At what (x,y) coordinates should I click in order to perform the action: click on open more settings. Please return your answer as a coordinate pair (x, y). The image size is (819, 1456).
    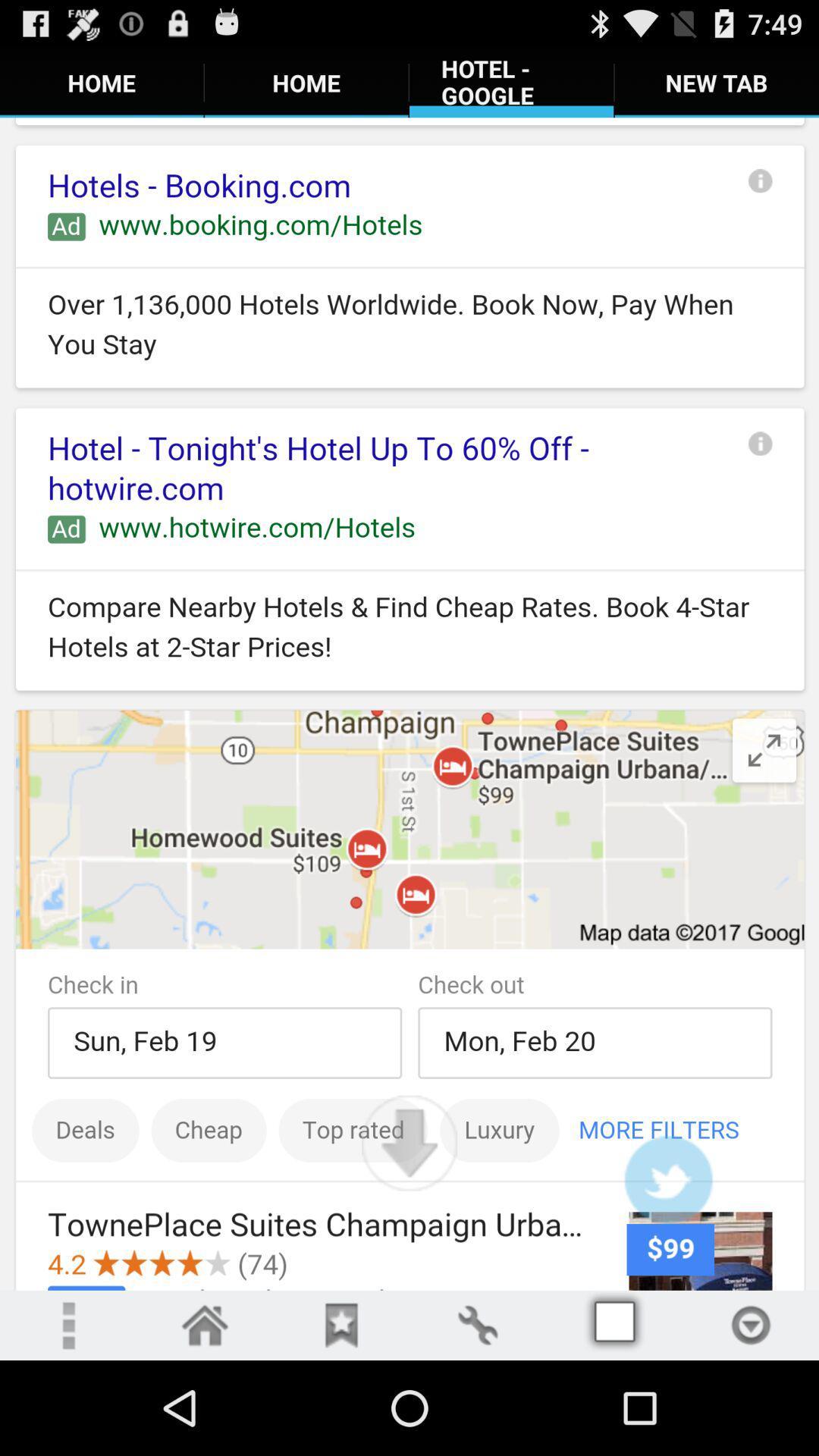
    Looking at the image, I should click on (751, 1324).